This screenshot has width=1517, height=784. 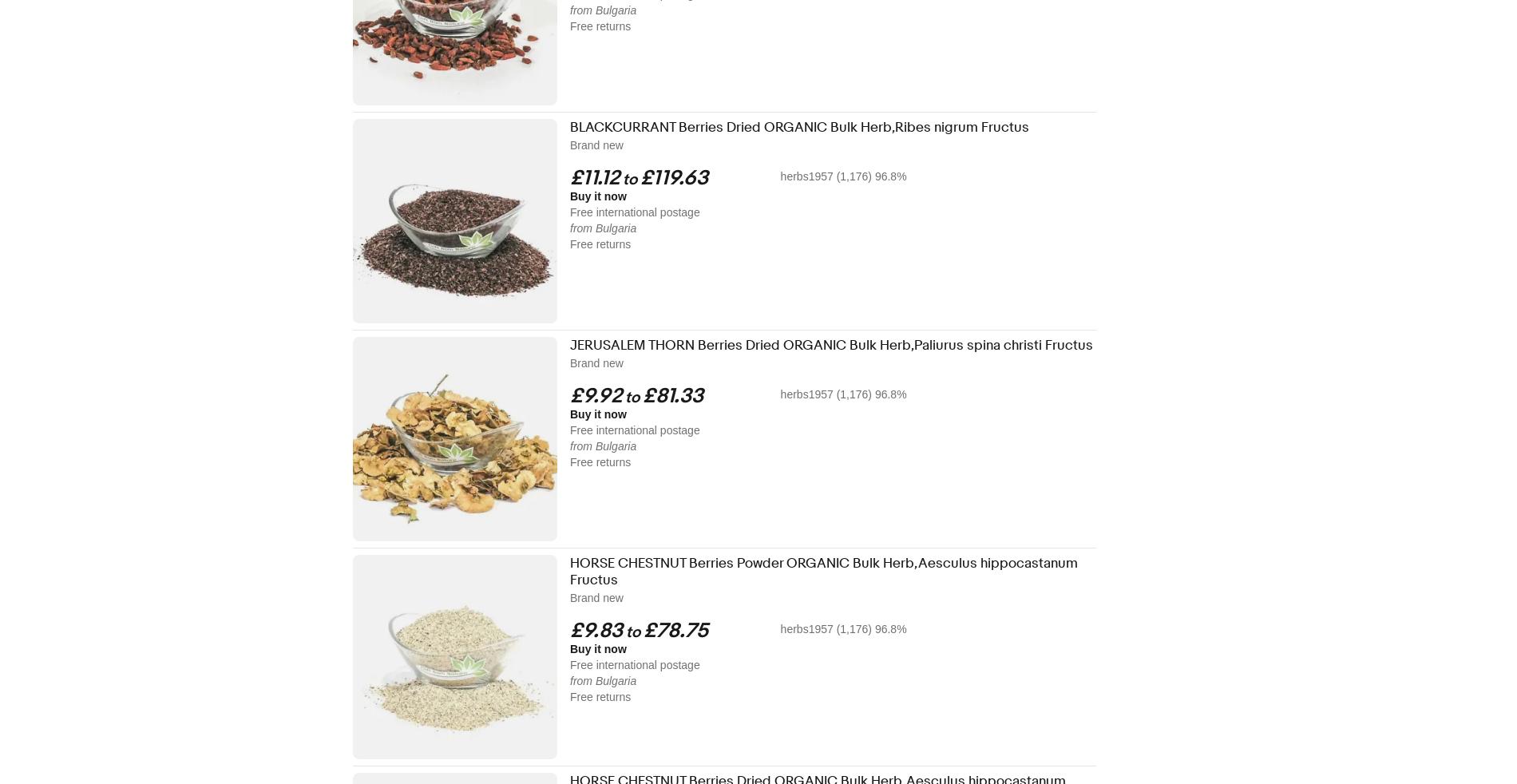 What do you see at coordinates (824, 570) in the screenshot?
I see `'HORSE CHESTNUT Berries Powder ORGANIC Bulk Herb,Aesculus hippocastanum Fructus'` at bounding box center [824, 570].